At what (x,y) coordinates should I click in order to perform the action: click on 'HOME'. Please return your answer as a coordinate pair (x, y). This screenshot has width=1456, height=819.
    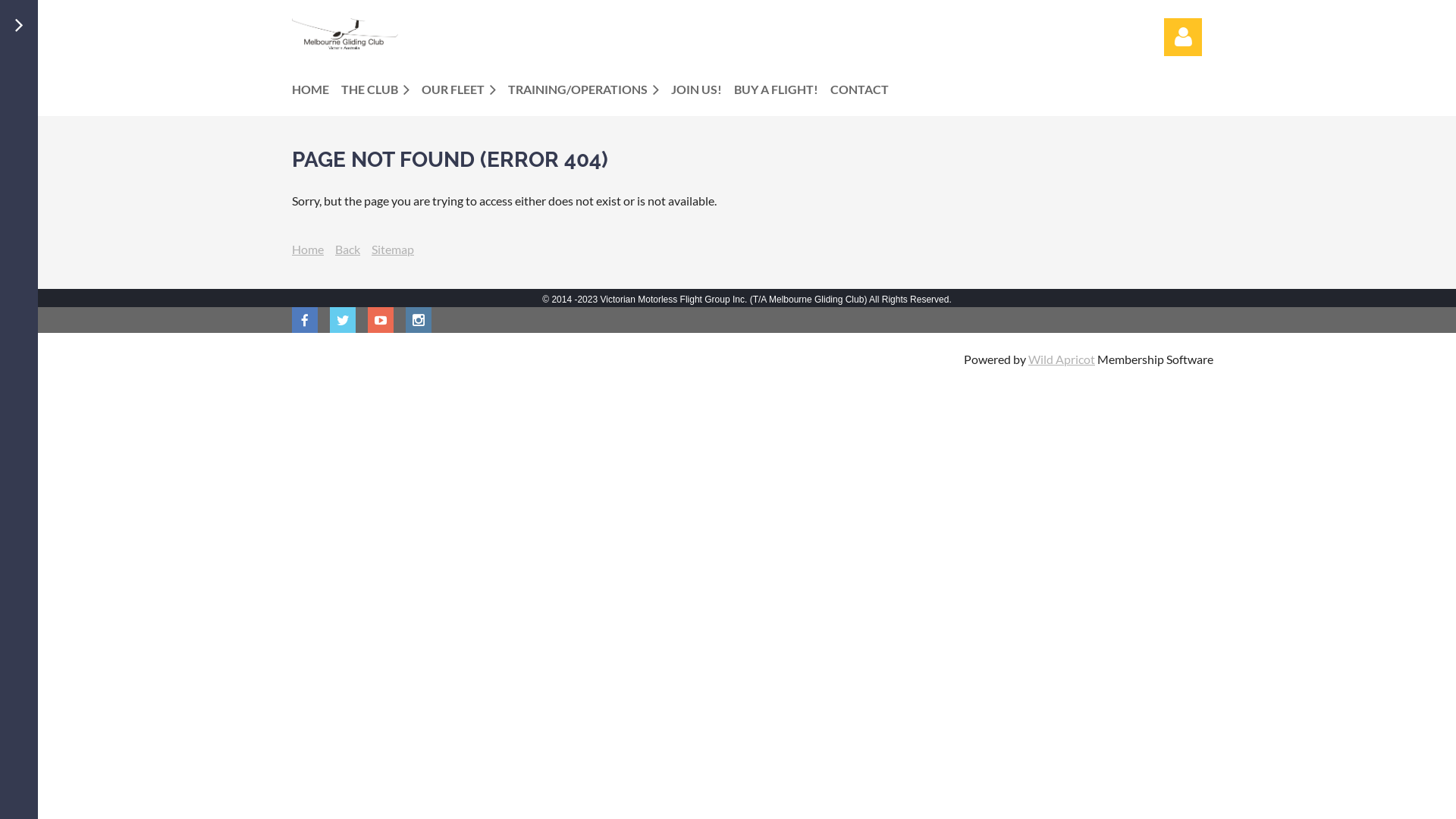
    Looking at the image, I should click on (315, 89).